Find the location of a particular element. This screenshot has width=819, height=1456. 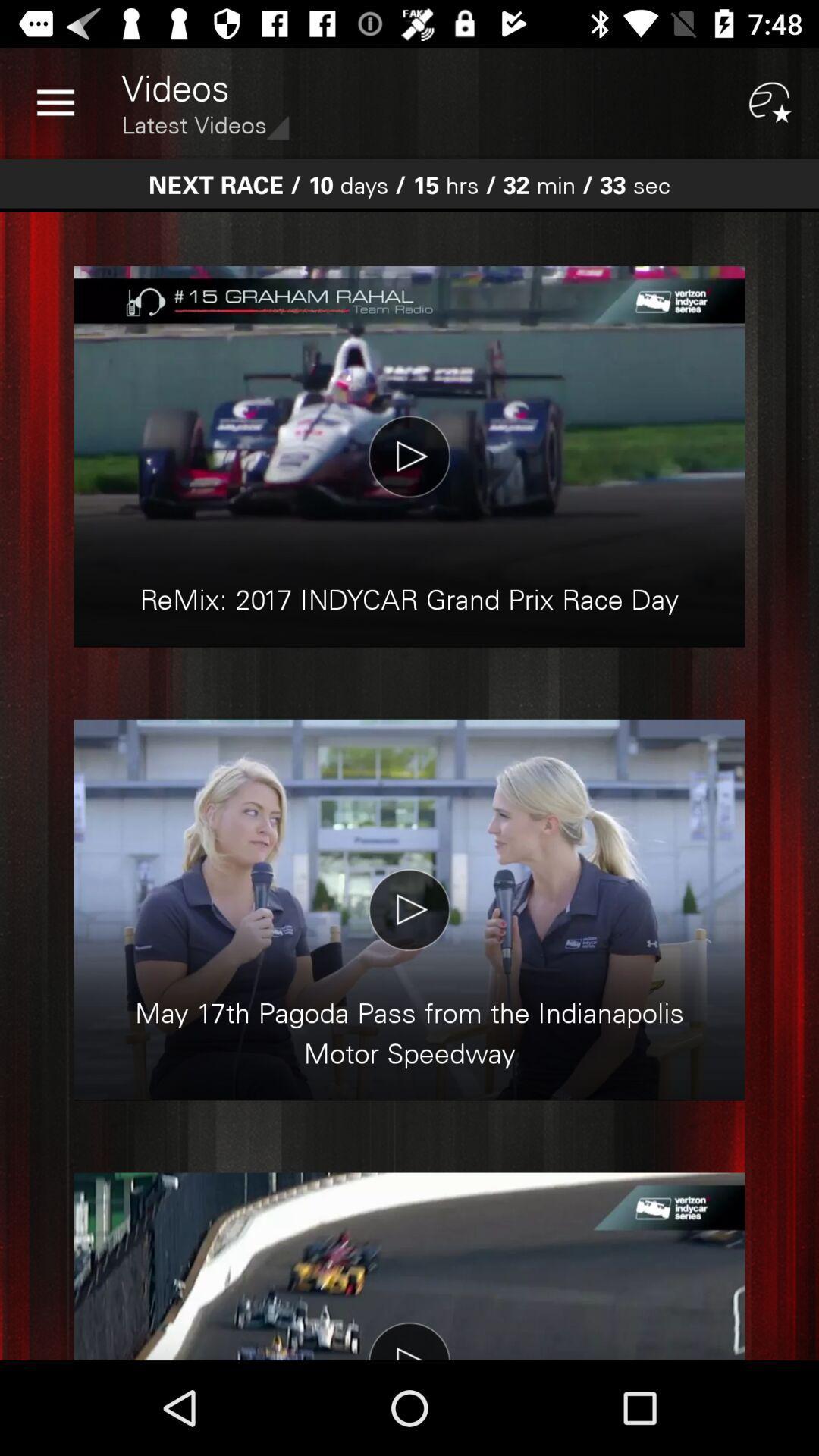

first video from top is located at coordinates (409, 456).